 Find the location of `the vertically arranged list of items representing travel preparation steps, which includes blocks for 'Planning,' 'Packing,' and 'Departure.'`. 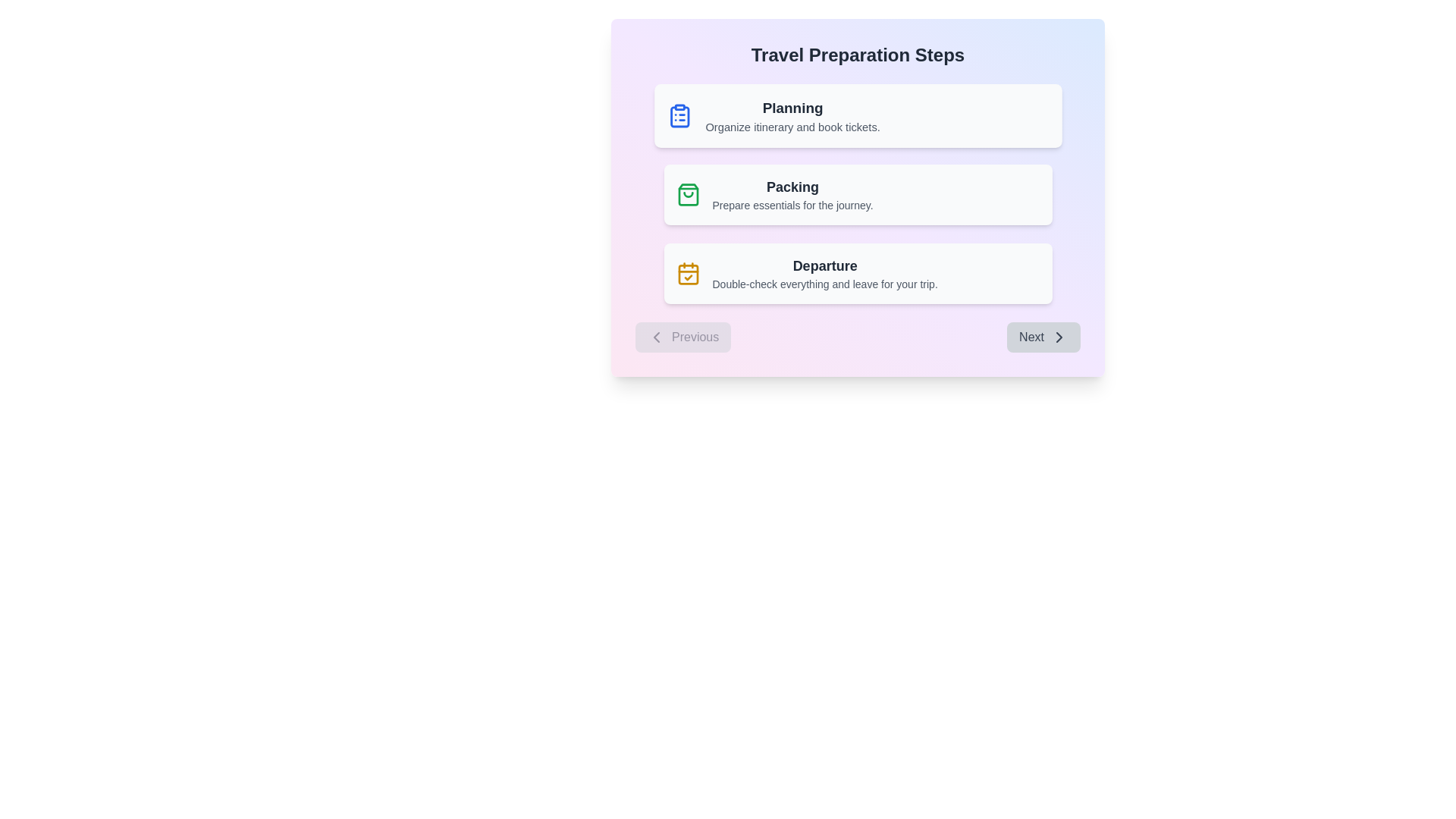

the vertically arranged list of items representing travel preparation steps, which includes blocks for 'Planning,' 'Packing,' and 'Departure.' is located at coordinates (858, 194).